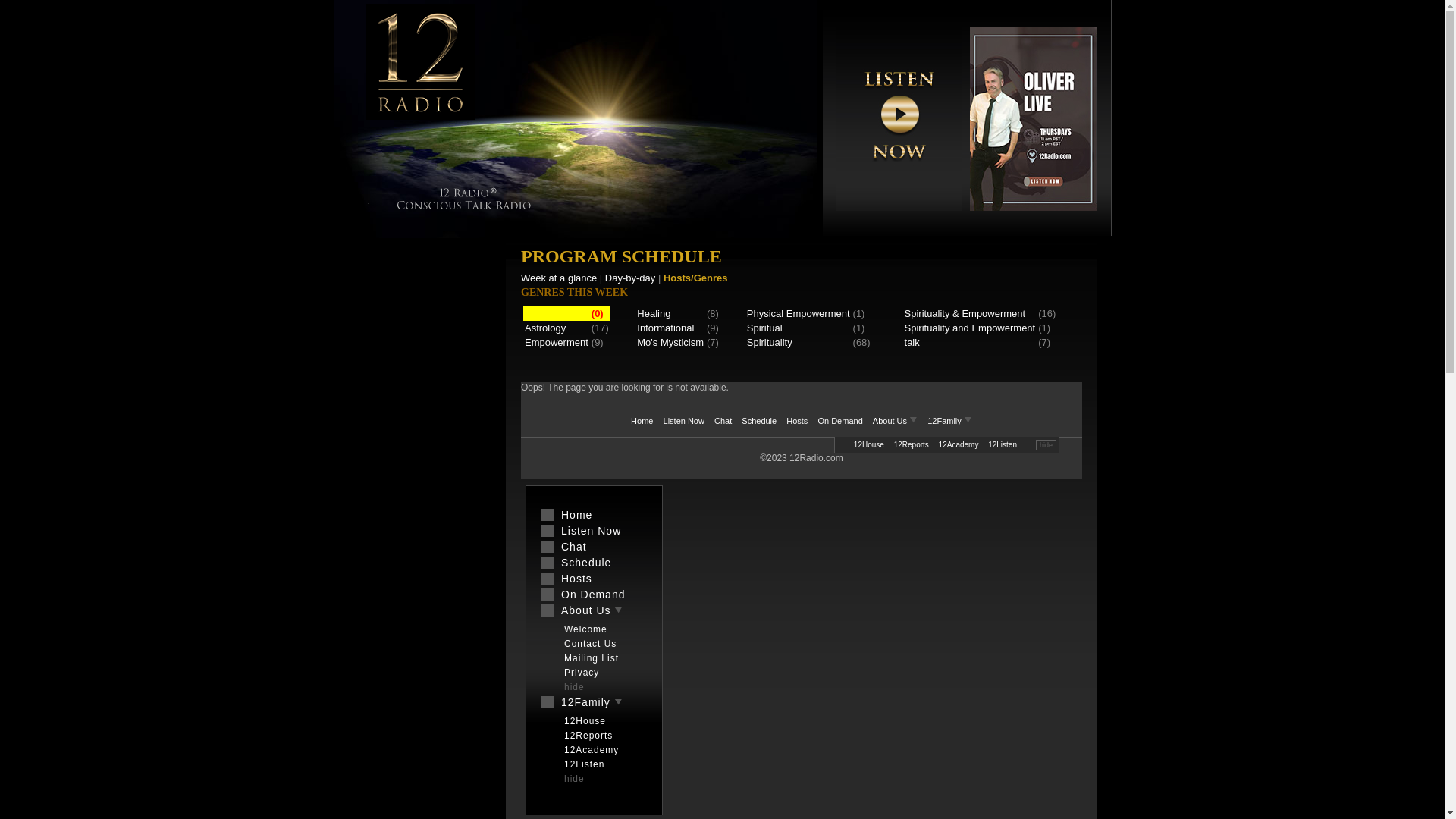 This screenshot has width=1456, height=819. What do you see at coordinates (637, 312) in the screenshot?
I see `'Healing'` at bounding box center [637, 312].